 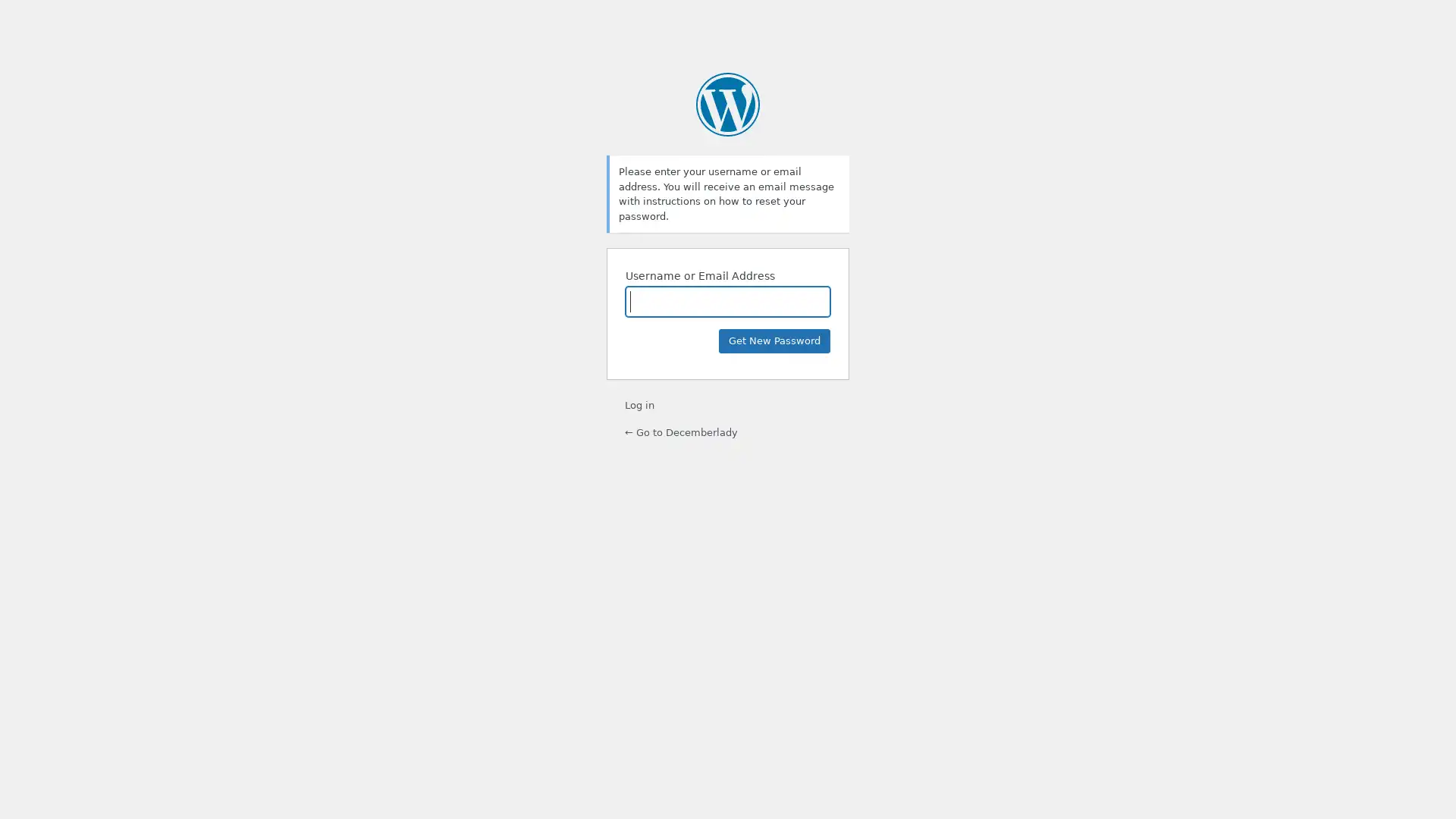 I want to click on Get New Password, so click(x=774, y=341).